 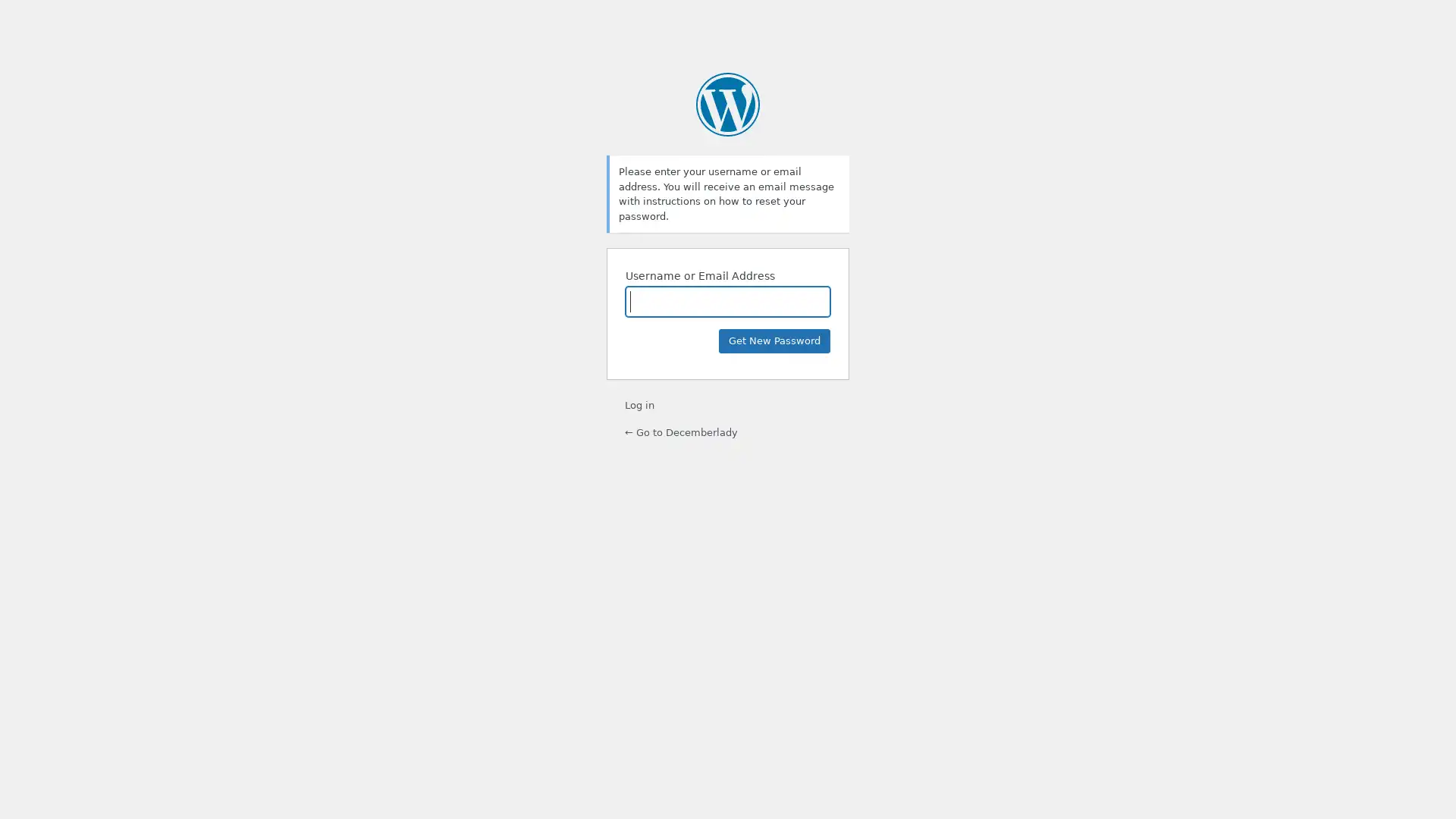 I want to click on Get New Password, so click(x=774, y=341).